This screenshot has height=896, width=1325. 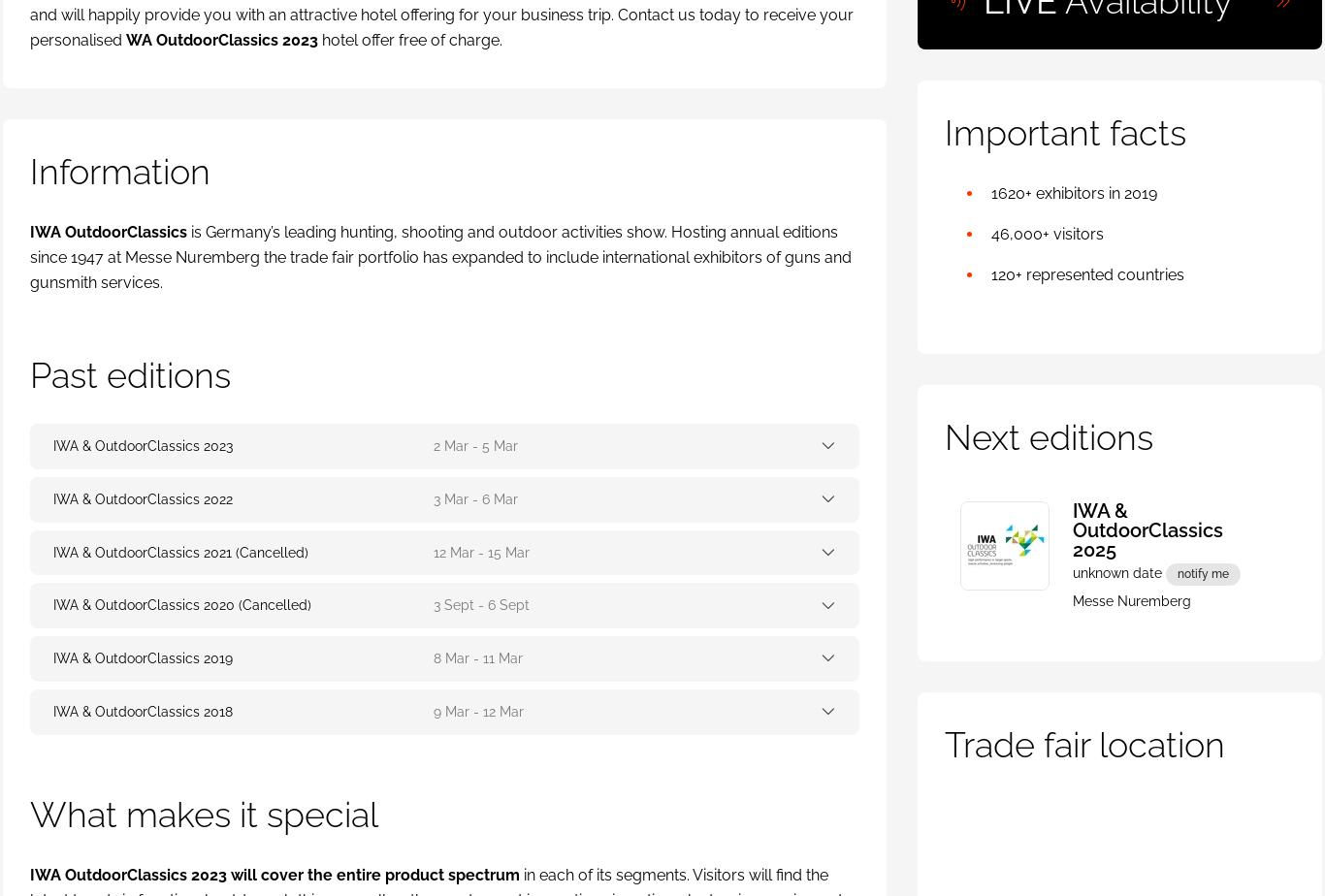 I want to click on 'Fill in the the hotel booking form for', so click(x=145, y=400).